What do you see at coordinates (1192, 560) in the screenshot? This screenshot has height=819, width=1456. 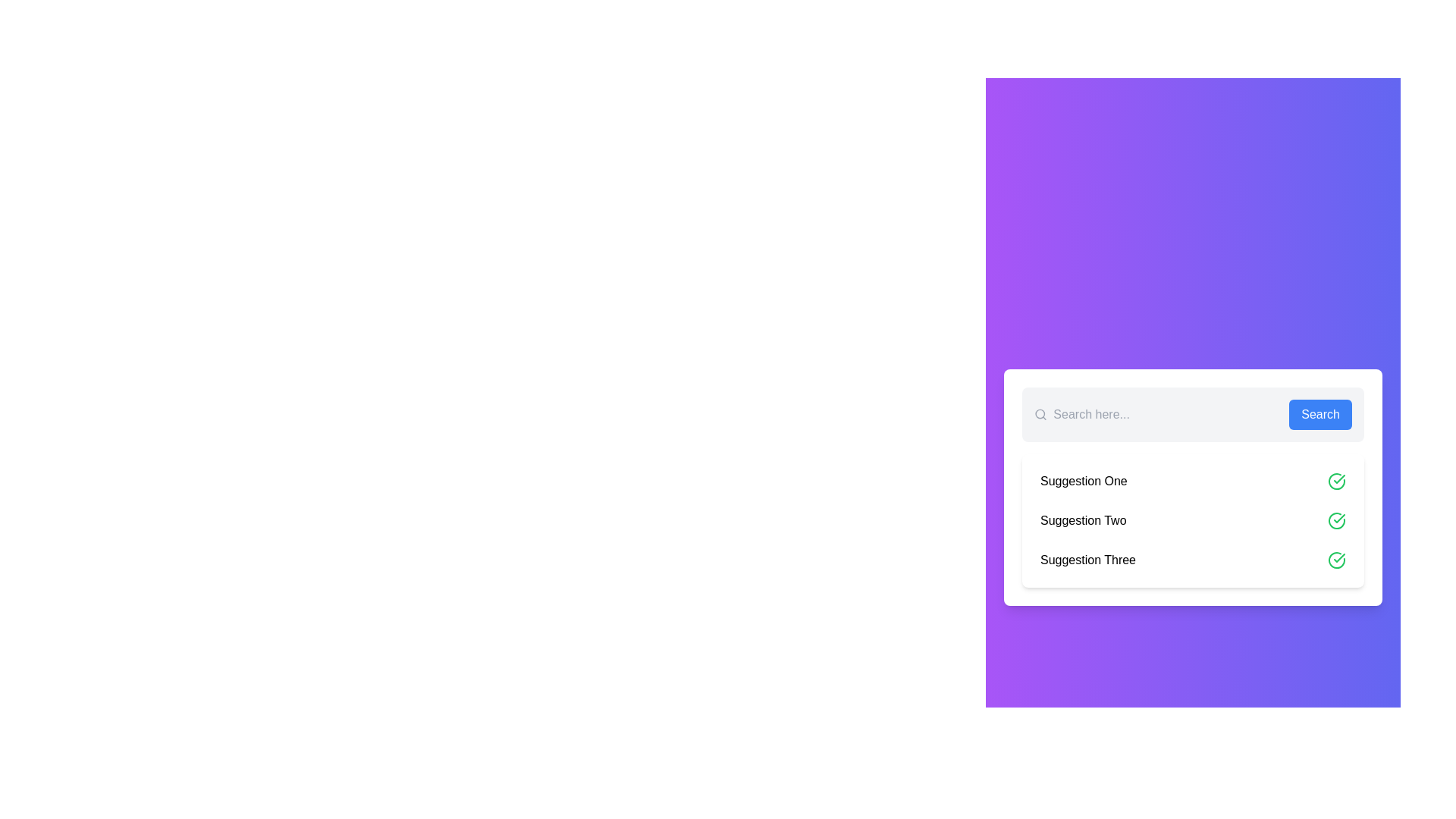 I see `the third list item with a checkmark, indicating it is a selectable suggestion to confirm the choice` at bounding box center [1192, 560].